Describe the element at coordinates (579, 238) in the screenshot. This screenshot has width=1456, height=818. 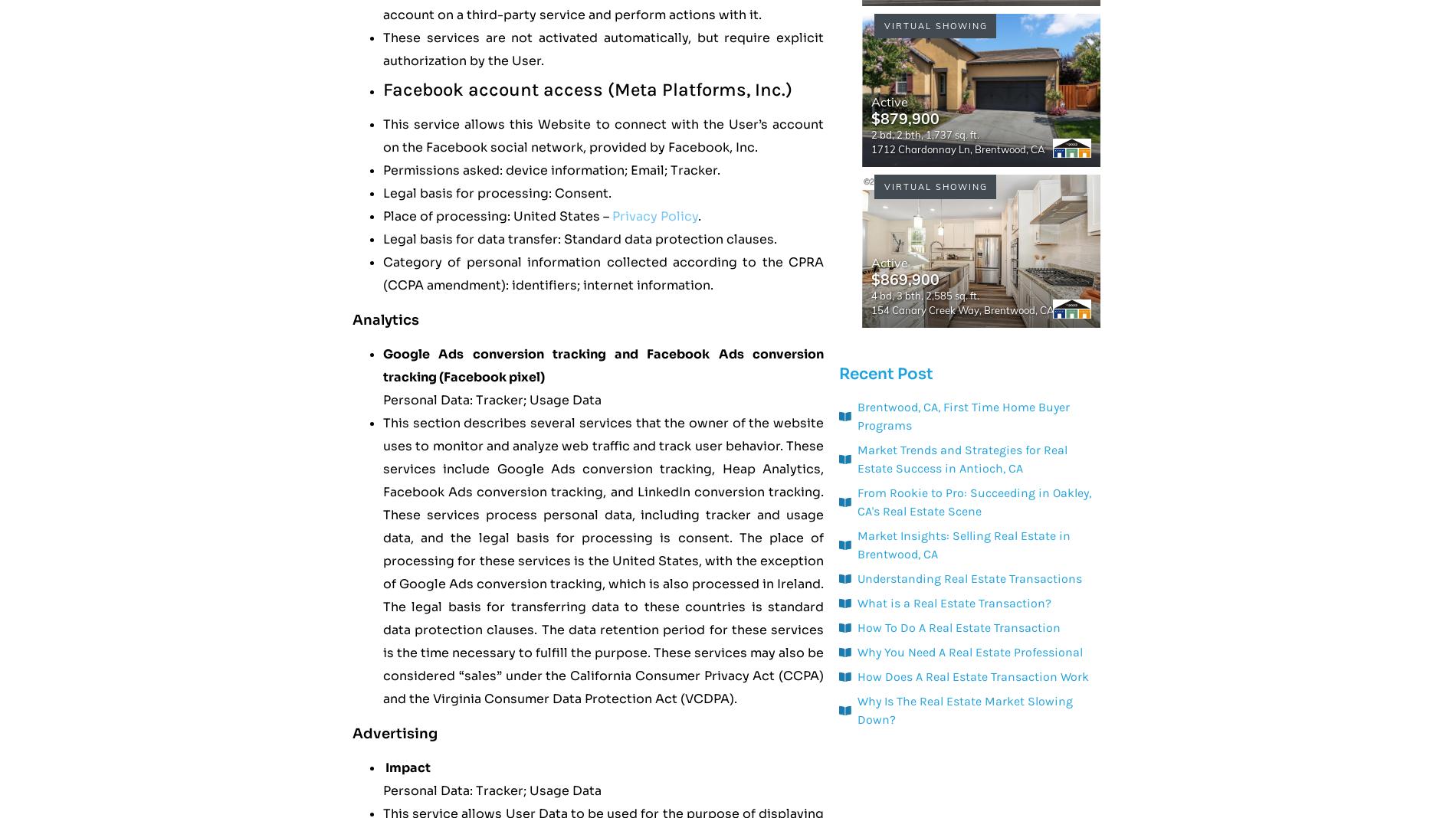
I see `'Legal basis for data transfer: Standard data protection clauses.'` at that location.